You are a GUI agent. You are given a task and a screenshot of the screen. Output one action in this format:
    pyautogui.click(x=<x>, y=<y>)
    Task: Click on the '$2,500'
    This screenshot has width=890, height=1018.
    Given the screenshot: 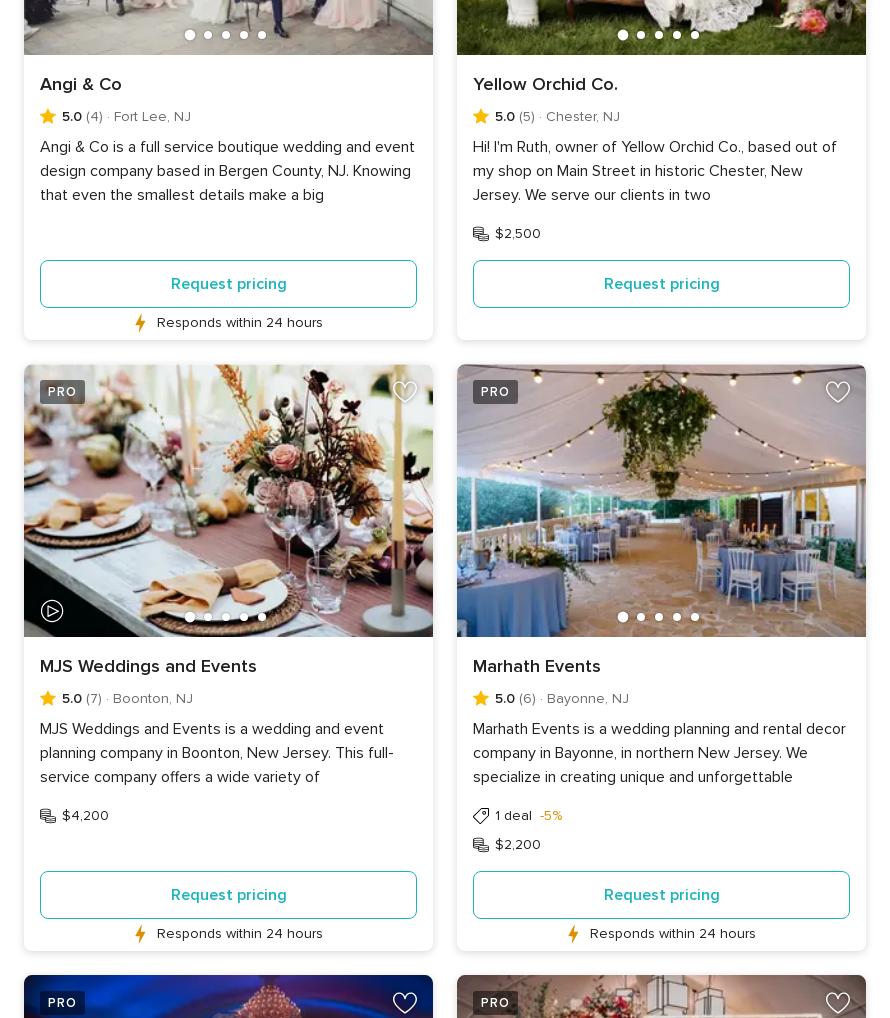 What is the action you would take?
    pyautogui.click(x=517, y=232)
    